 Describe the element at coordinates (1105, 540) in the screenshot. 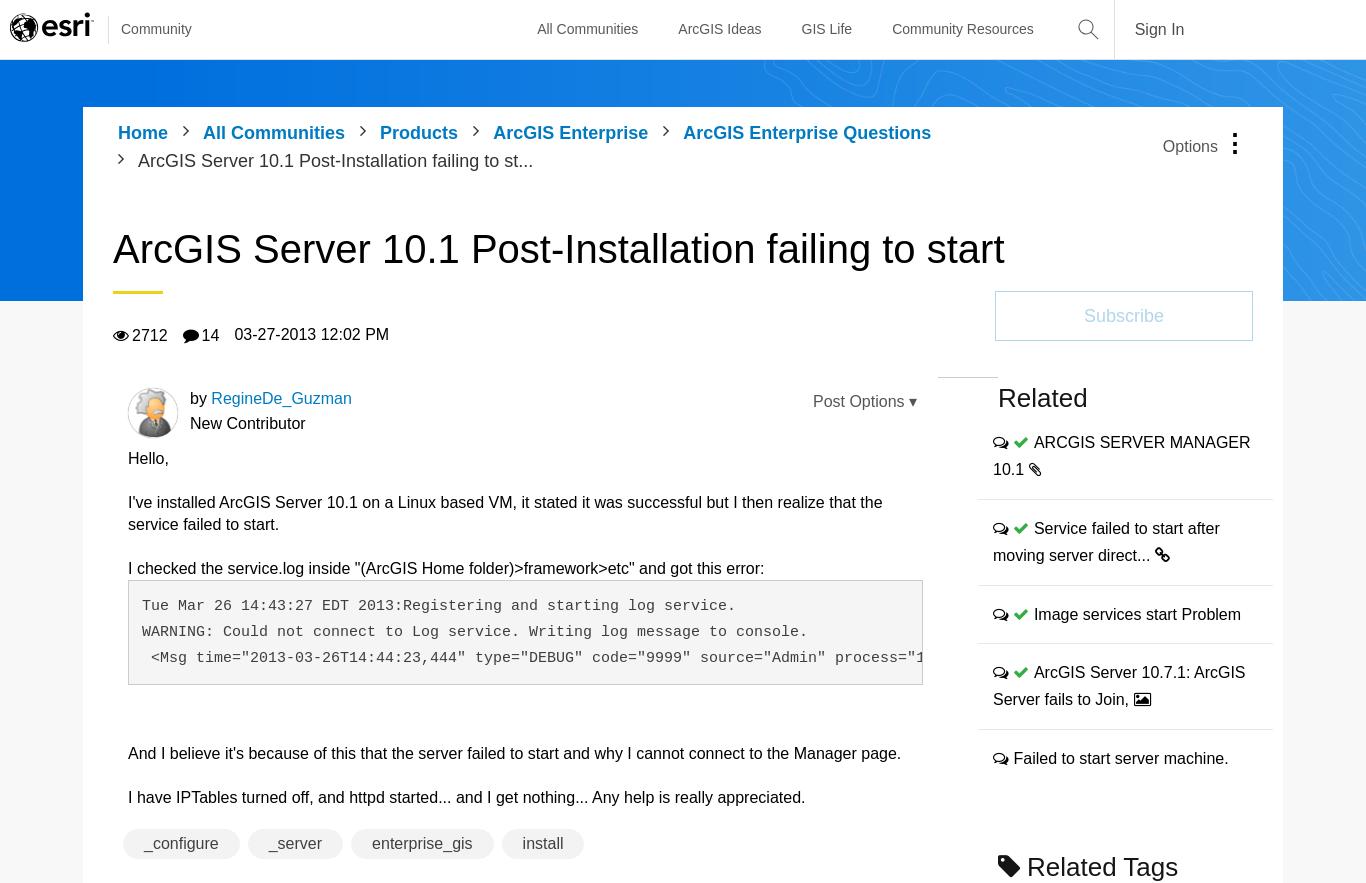

I see `'Service failed to start after moving server direct...'` at that location.